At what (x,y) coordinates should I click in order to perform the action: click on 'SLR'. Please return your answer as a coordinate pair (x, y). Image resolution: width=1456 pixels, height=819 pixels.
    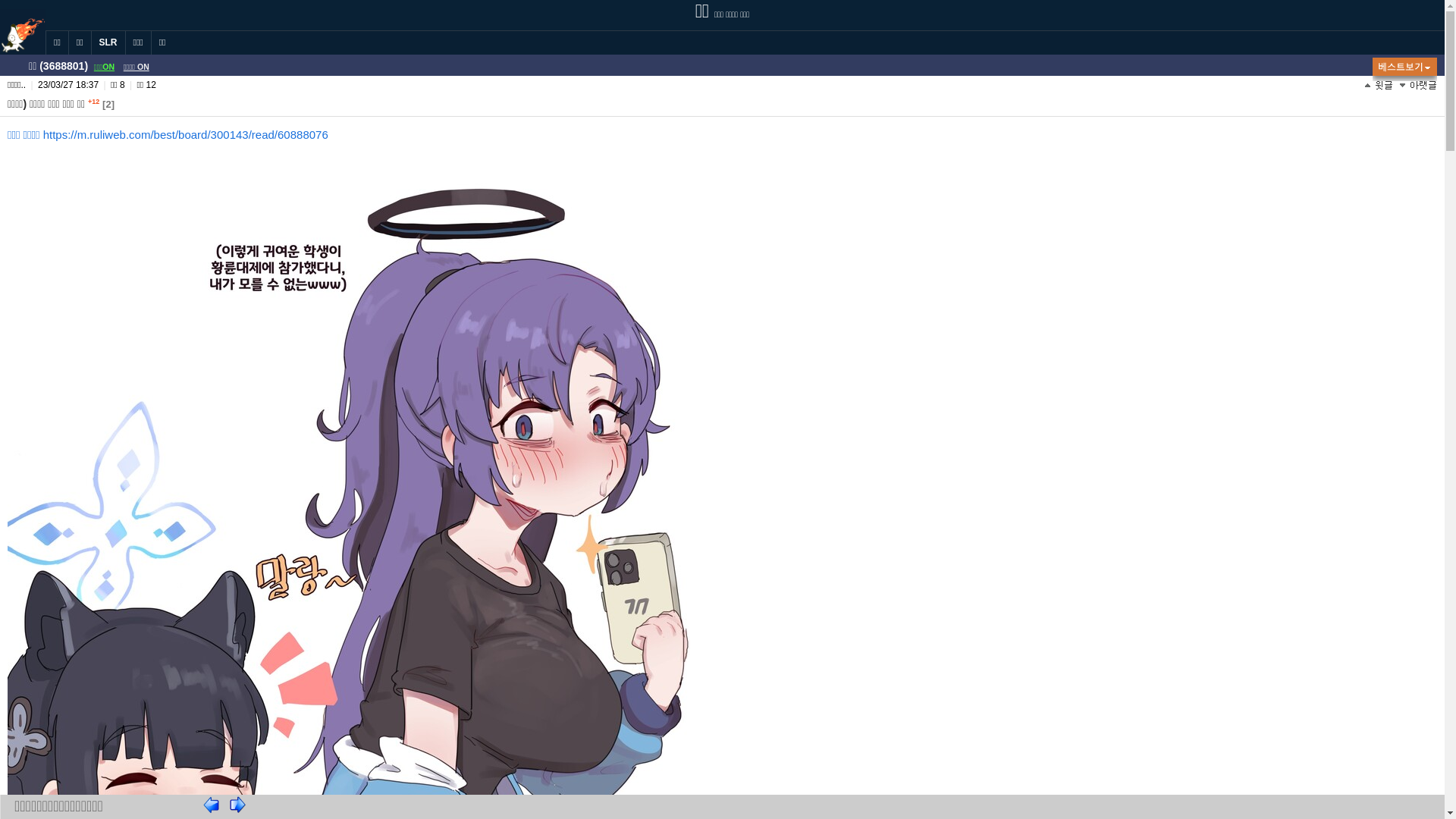
    Looking at the image, I should click on (107, 42).